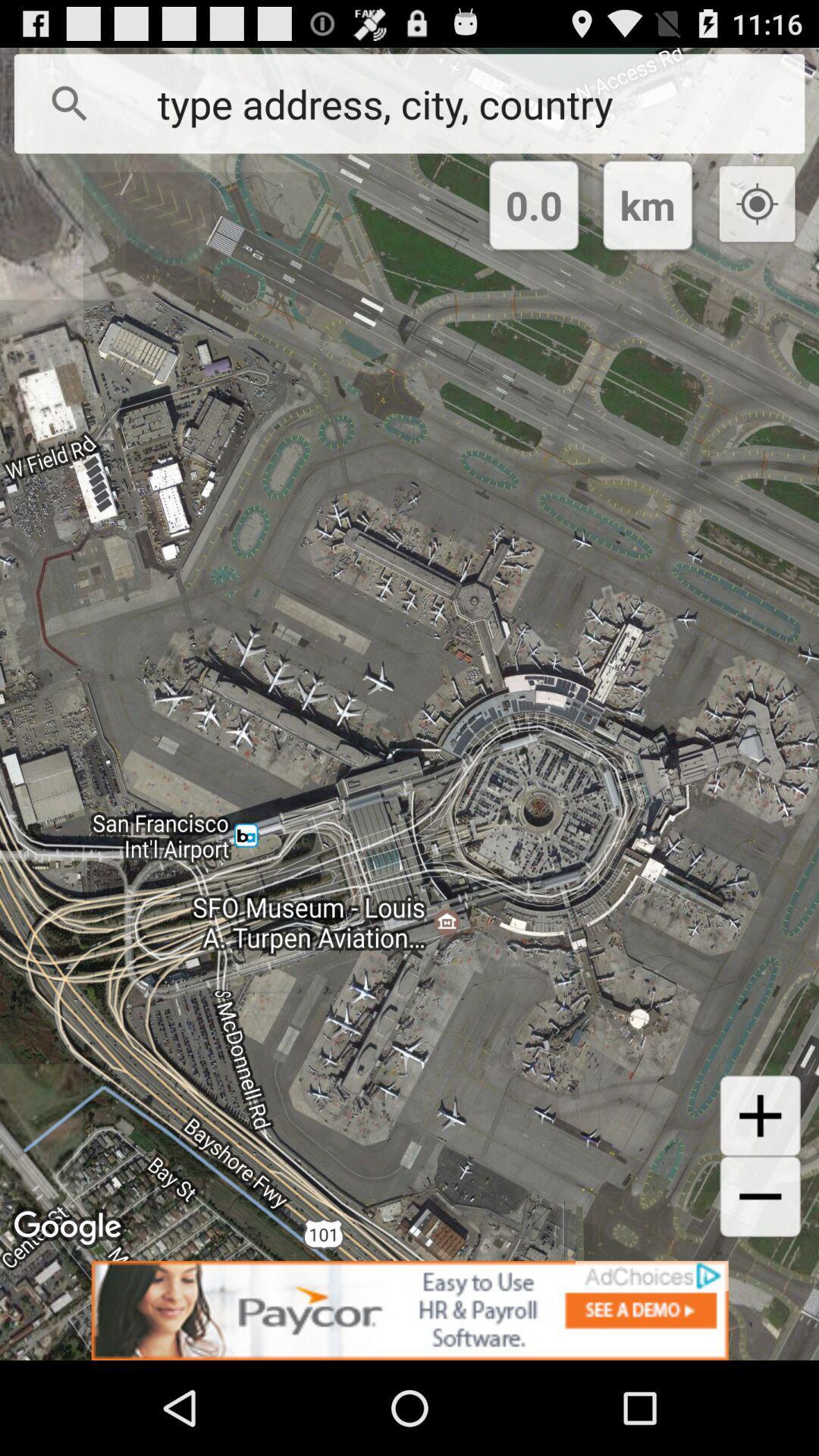 Image resolution: width=819 pixels, height=1456 pixels. Describe the element at coordinates (760, 1116) in the screenshot. I see `zoom in` at that location.